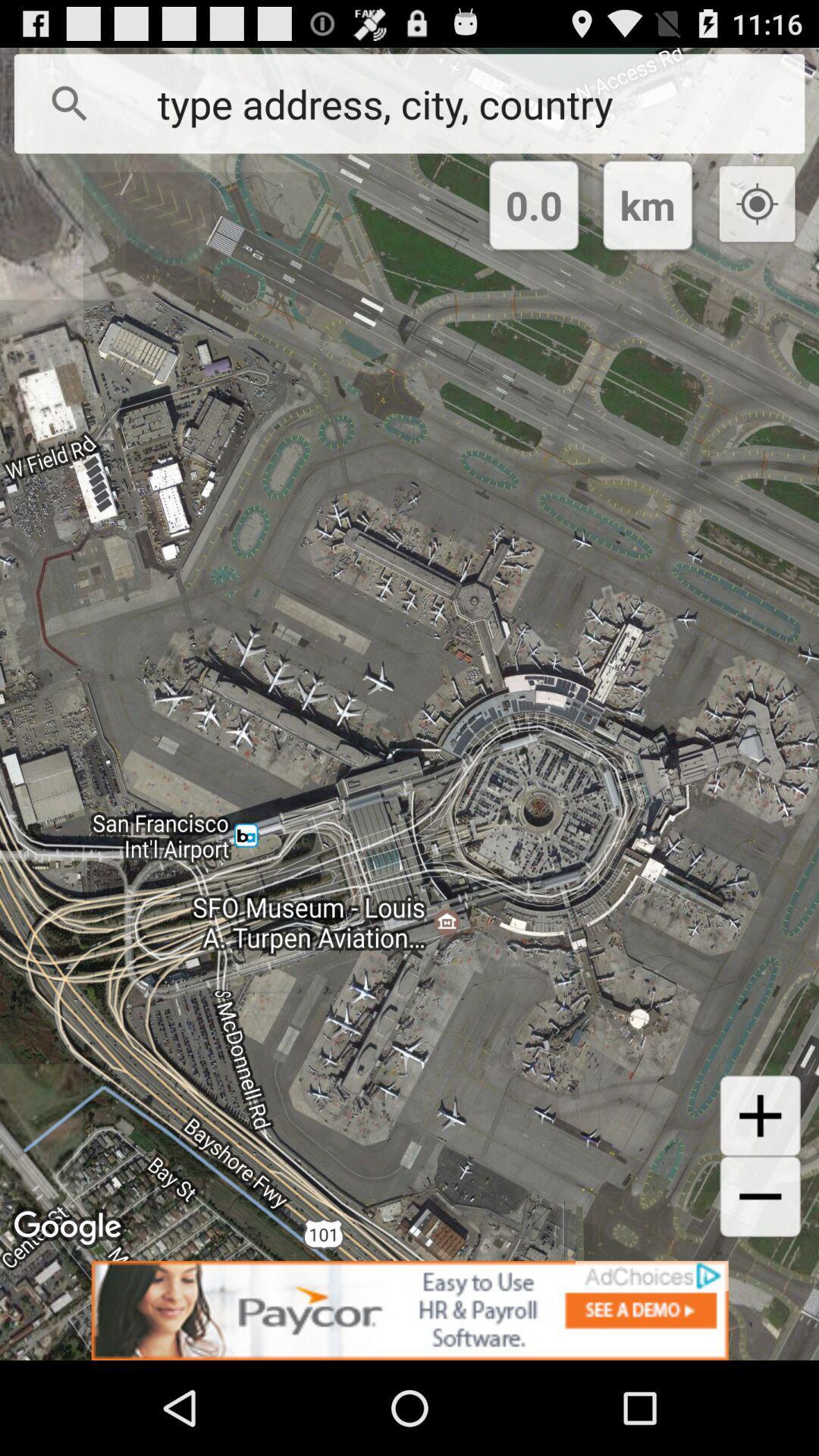 Image resolution: width=819 pixels, height=1456 pixels. Describe the element at coordinates (760, 1116) in the screenshot. I see `zoom in` at that location.